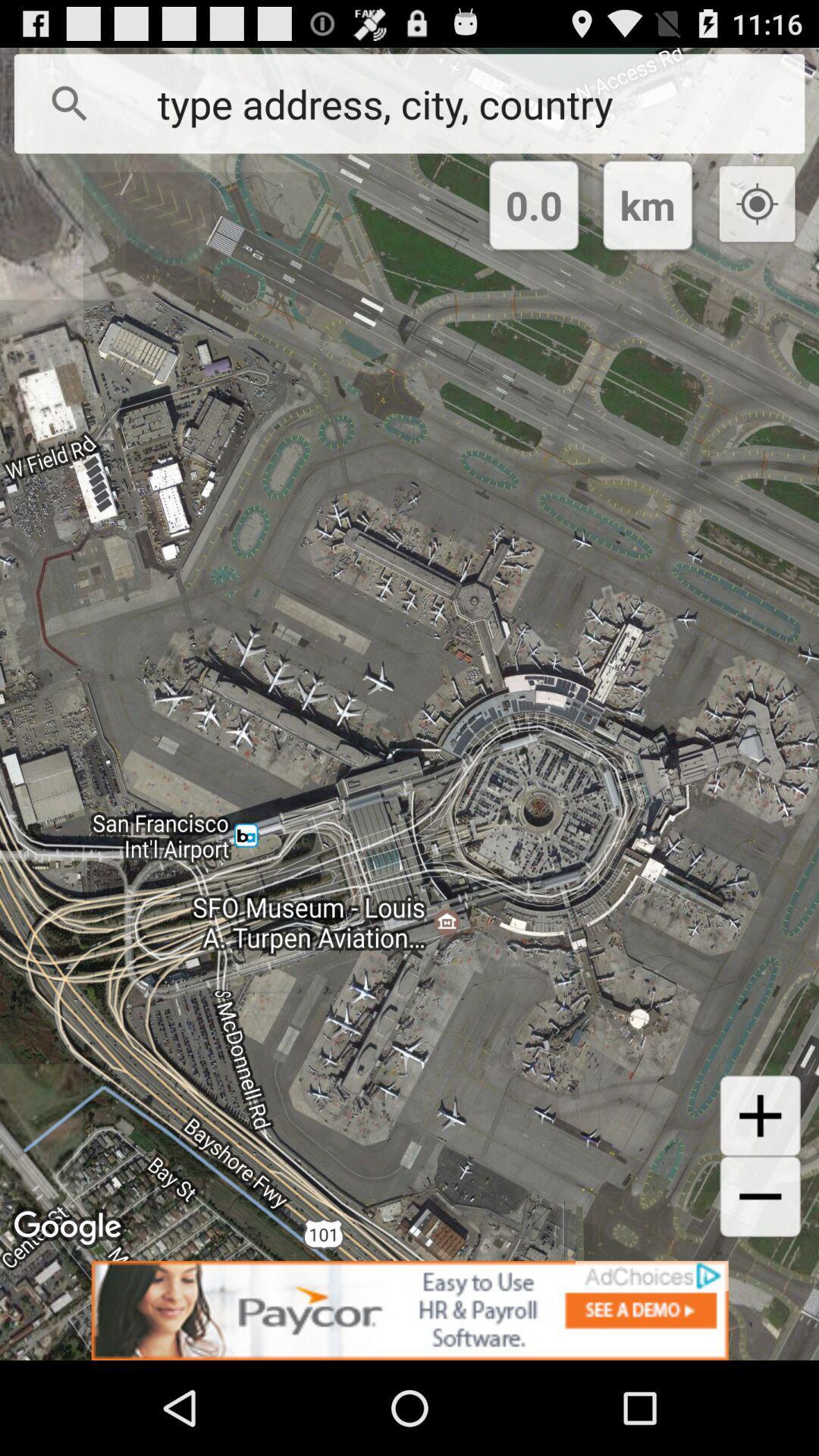 Image resolution: width=819 pixels, height=1456 pixels. Describe the element at coordinates (760, 1116) in the screenshot. I see `zoom in` at that location.